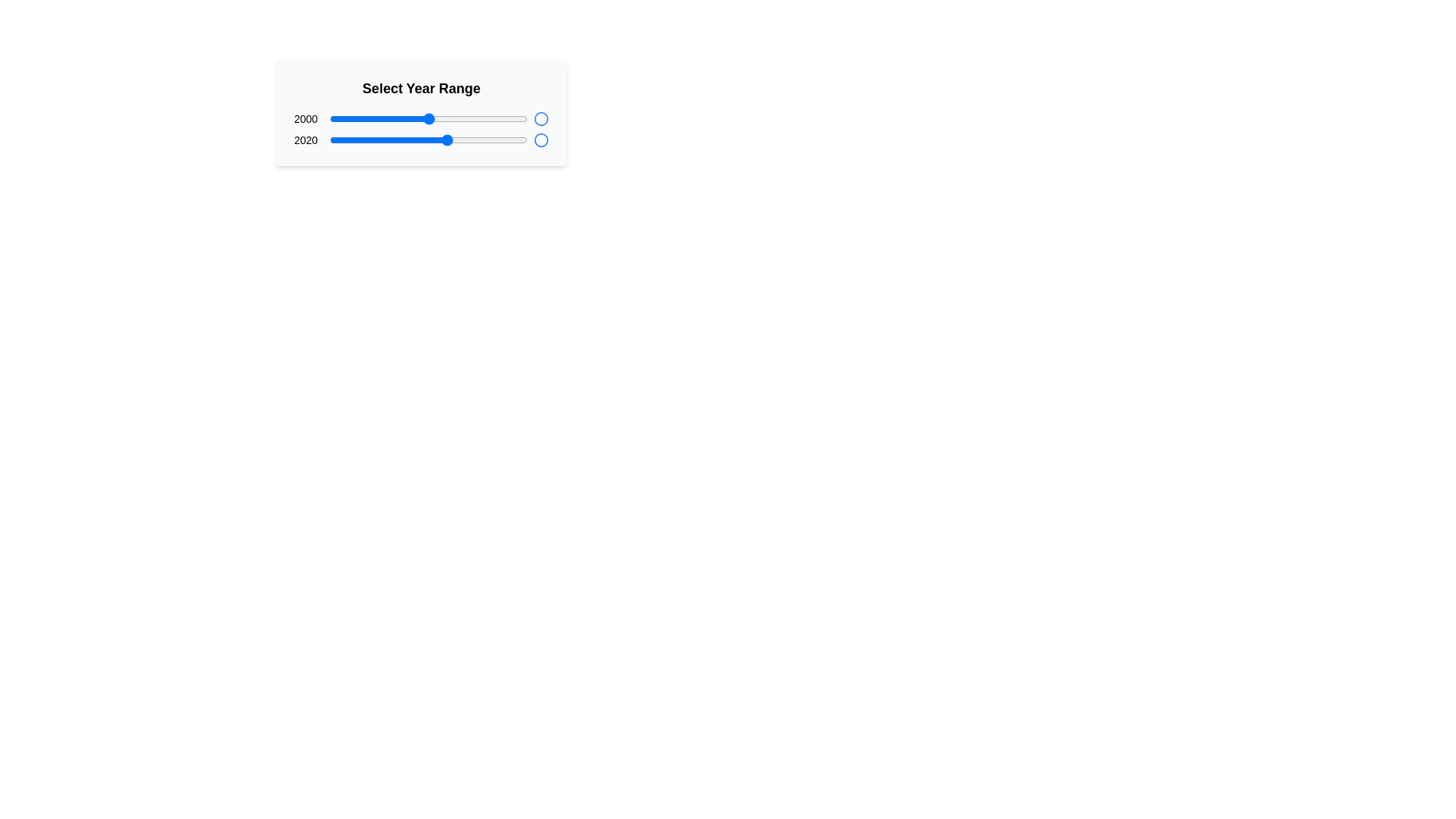 Image resolution: width=1456 pixels, height=819 pixels. What do you see at coordinates (428, 140) in the screenshot?
I see `the blue circular knob of the second range slider (labeled '2020') to set its value` at bounding box center [428, 140].